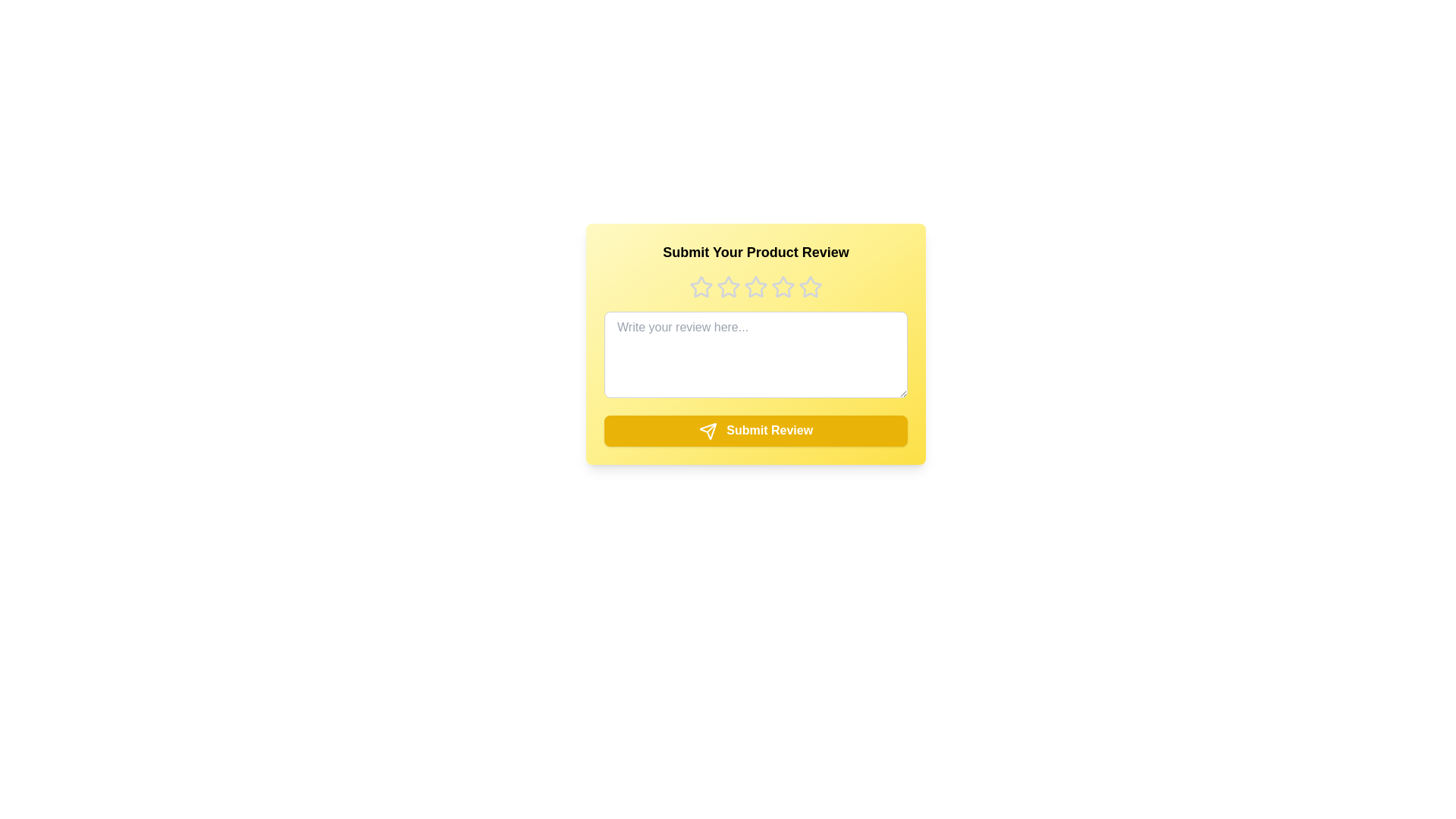 The image size is (1456, 819). Describe the element at coordinates (783, 287) in the screenshot. I see `the third star in the five-star rating system` at that location.